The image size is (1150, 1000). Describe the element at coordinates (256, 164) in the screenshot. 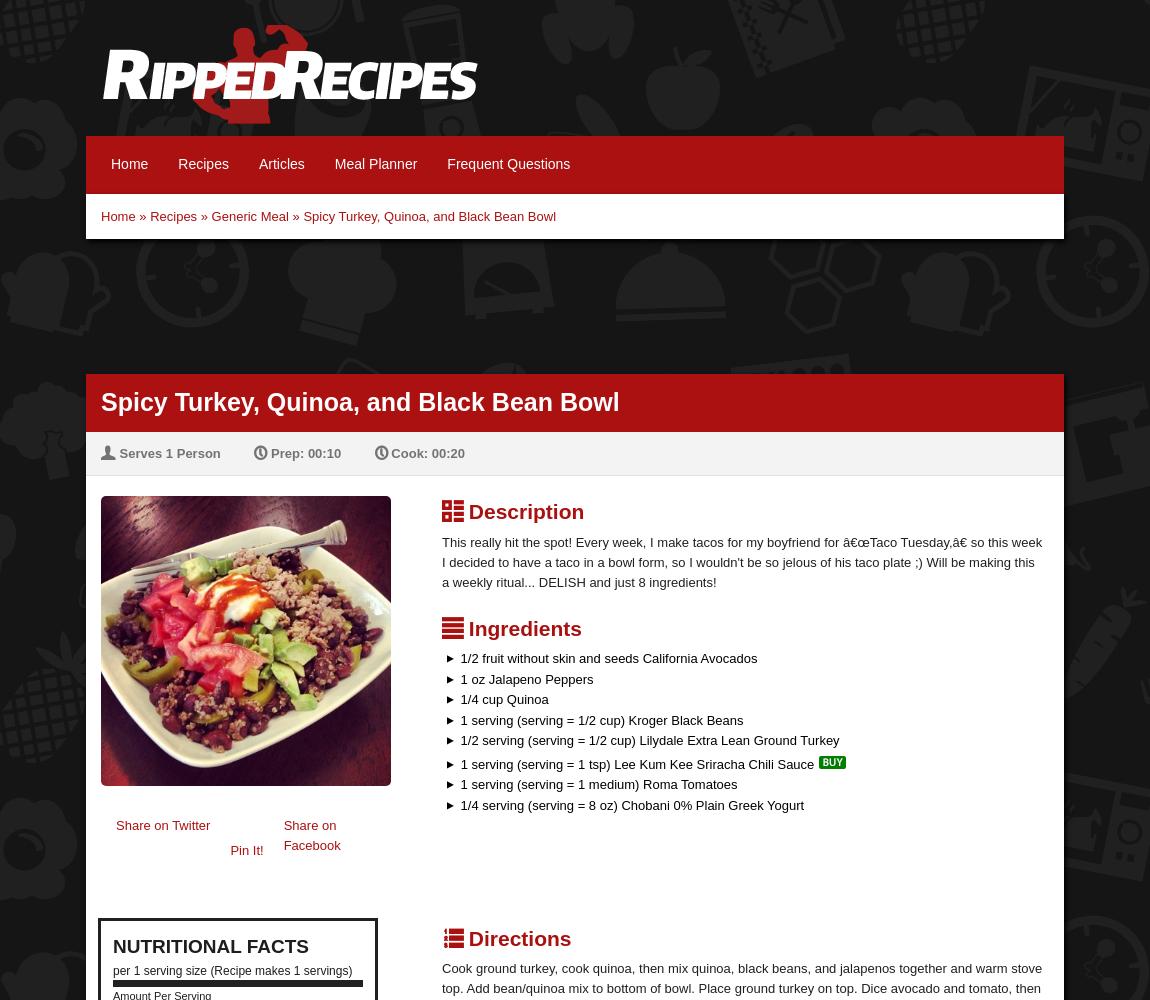

I see `'Articles'` at that location.